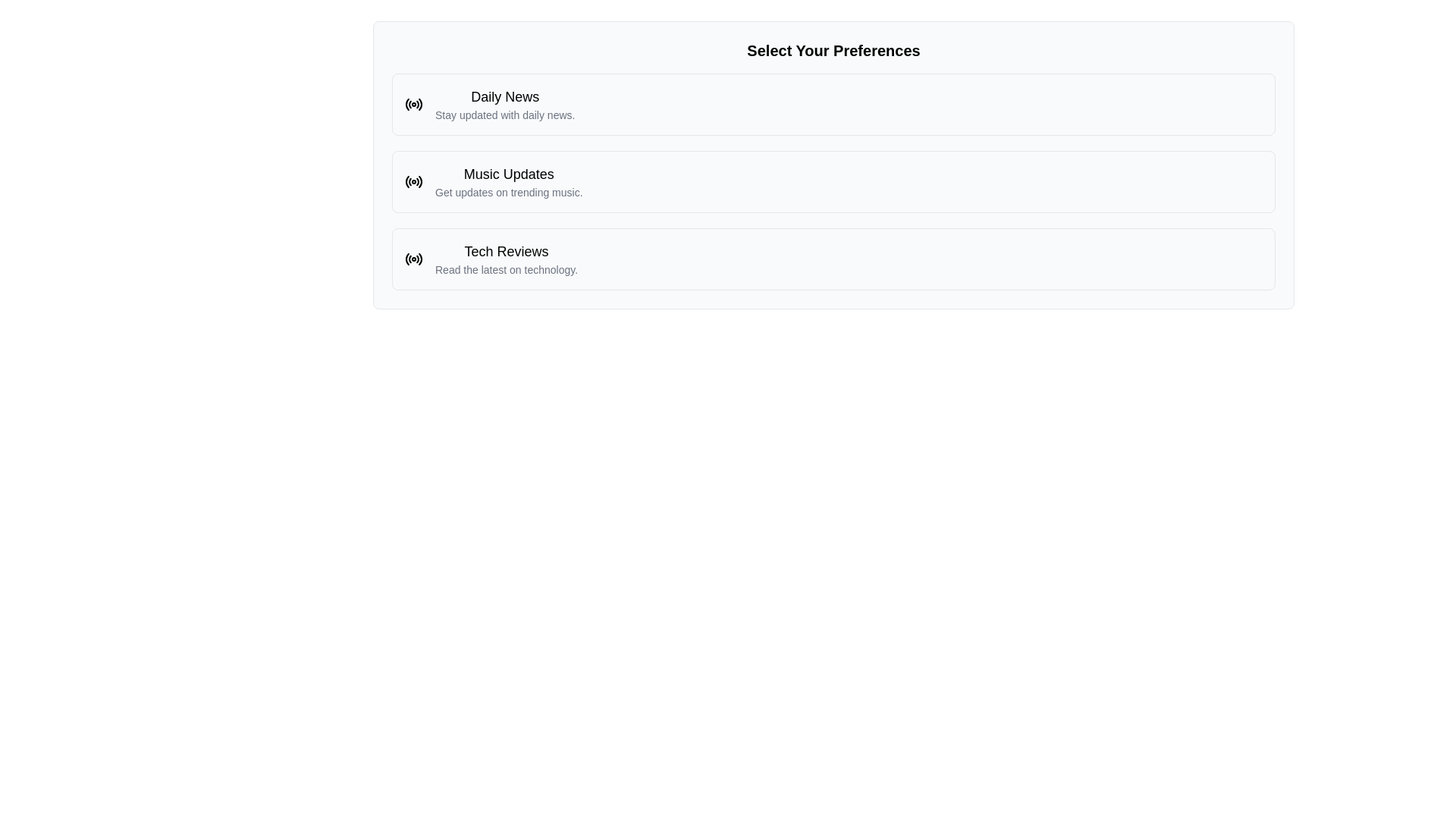 This screenshot has height=819, width=1456. I want to click on text of the Text Header located at the top of the preference selection section, which provides guidance on user preferences, so click(833, 49).